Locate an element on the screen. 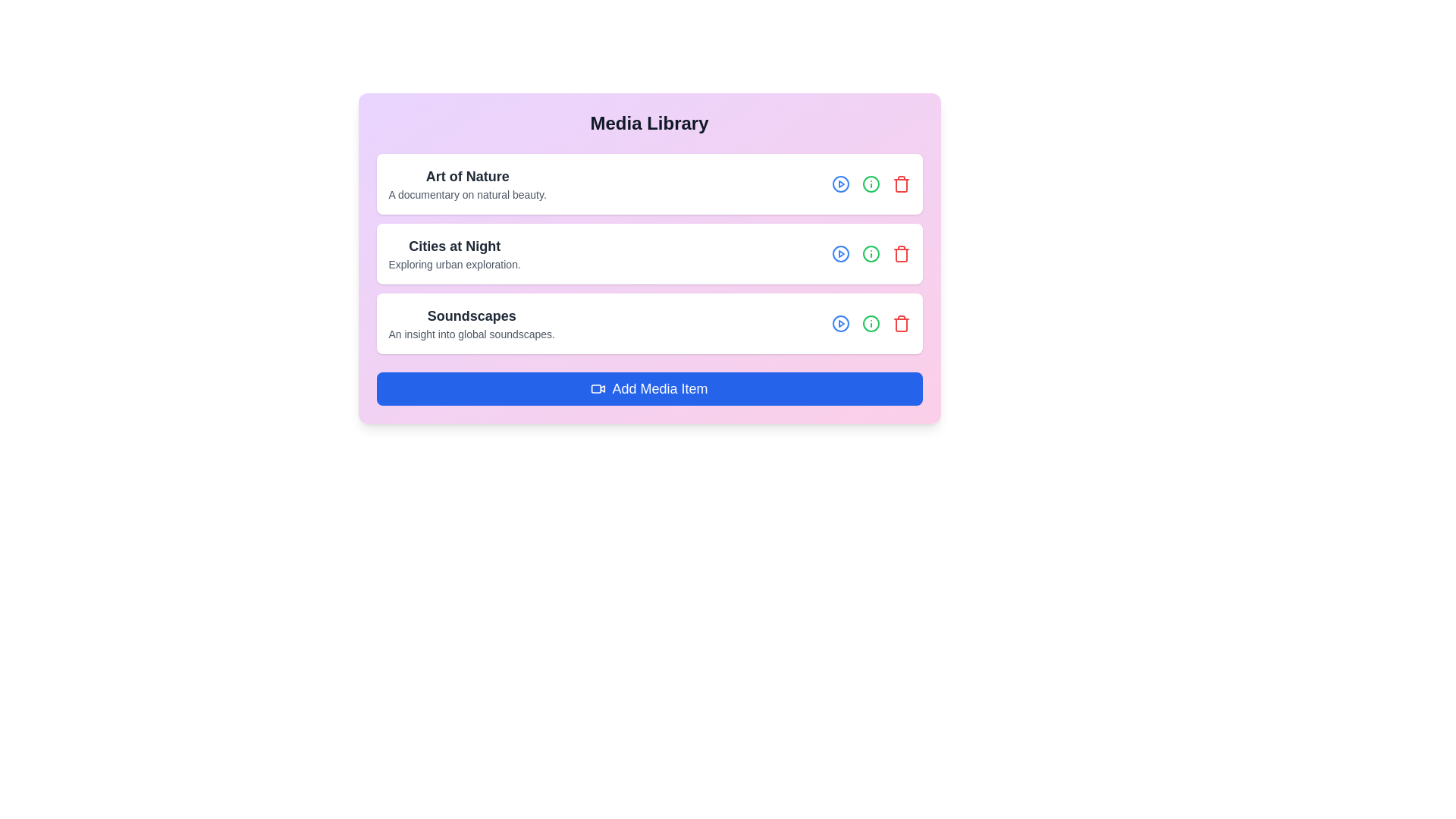 The image size is (1456, 819). the 'Media Library' header to focus on it is located at coordinates (649, 122).